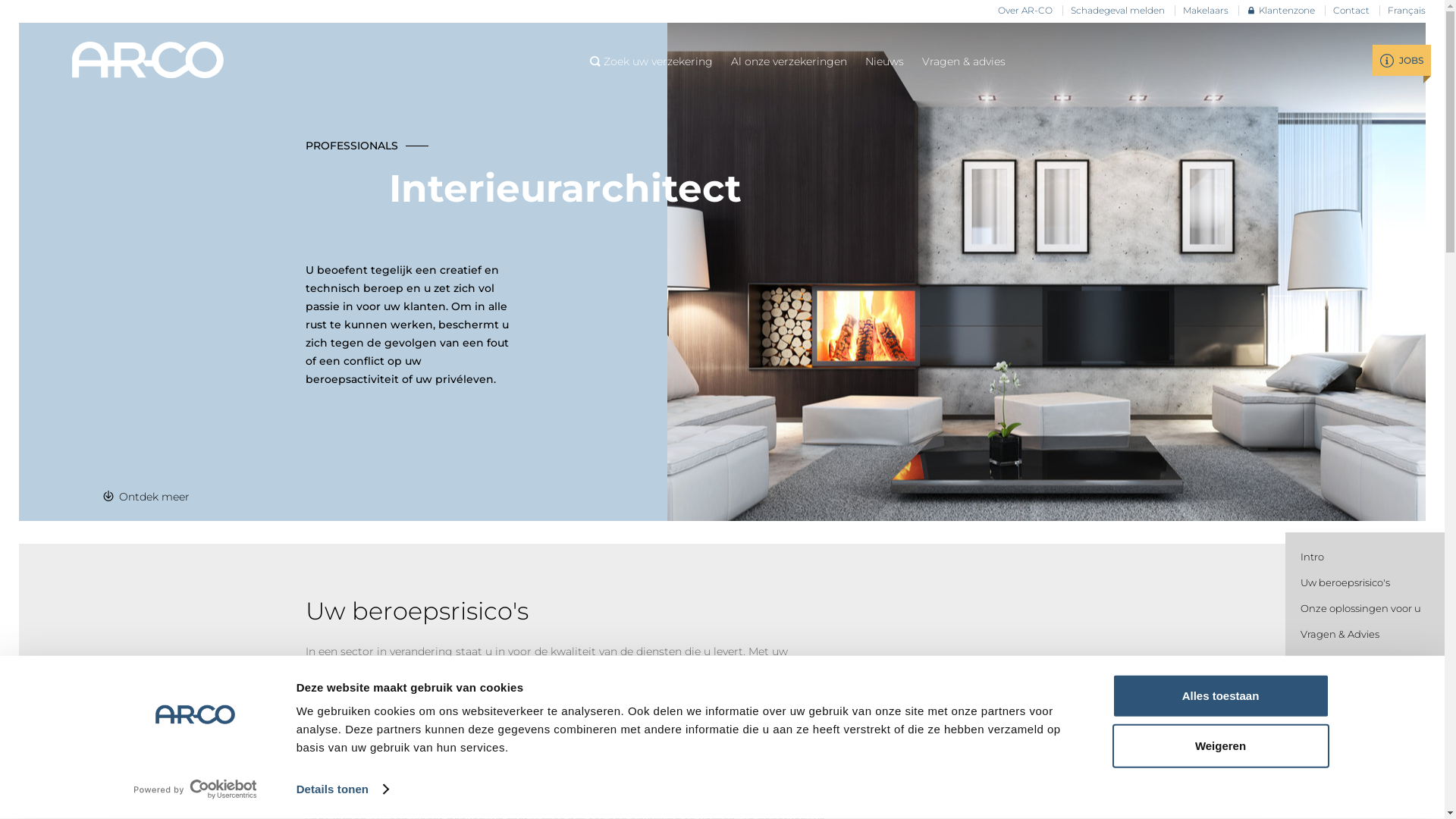  I want to click on 'Details tonen', so click(341, 789).